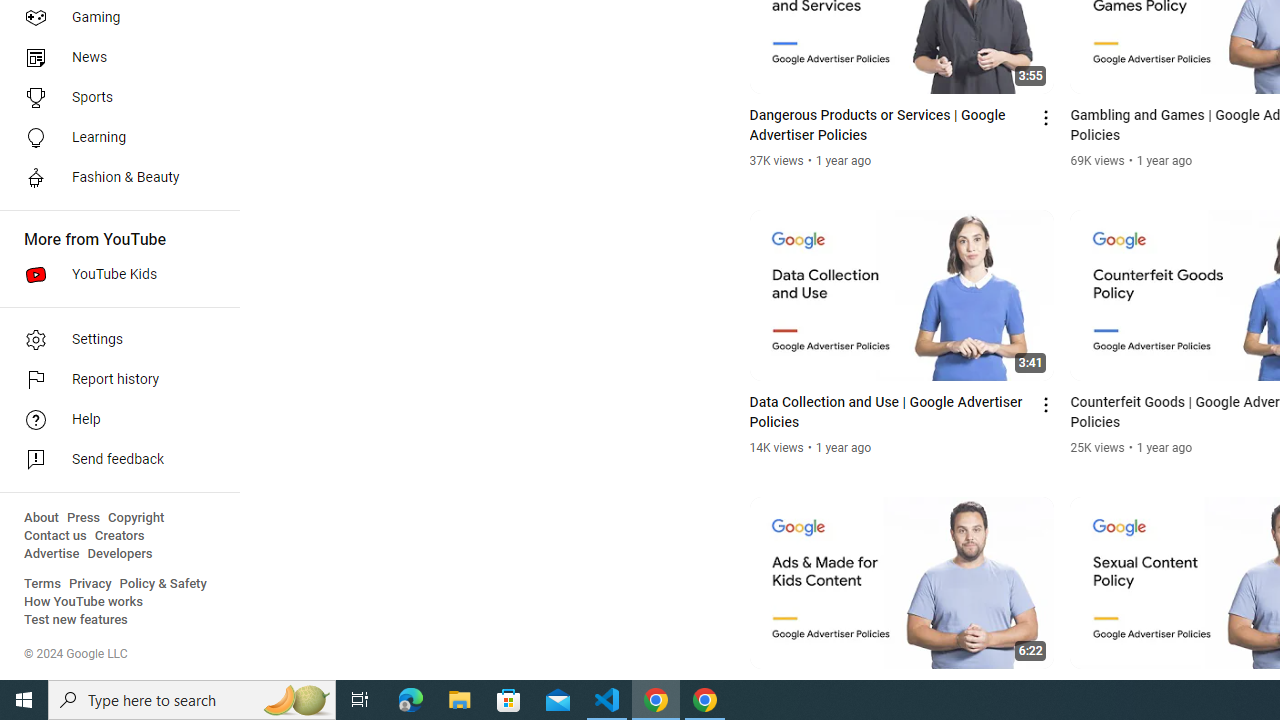 This screenshot has width=1280, height=720. I want to click on 'Learning', so click(112, 136).